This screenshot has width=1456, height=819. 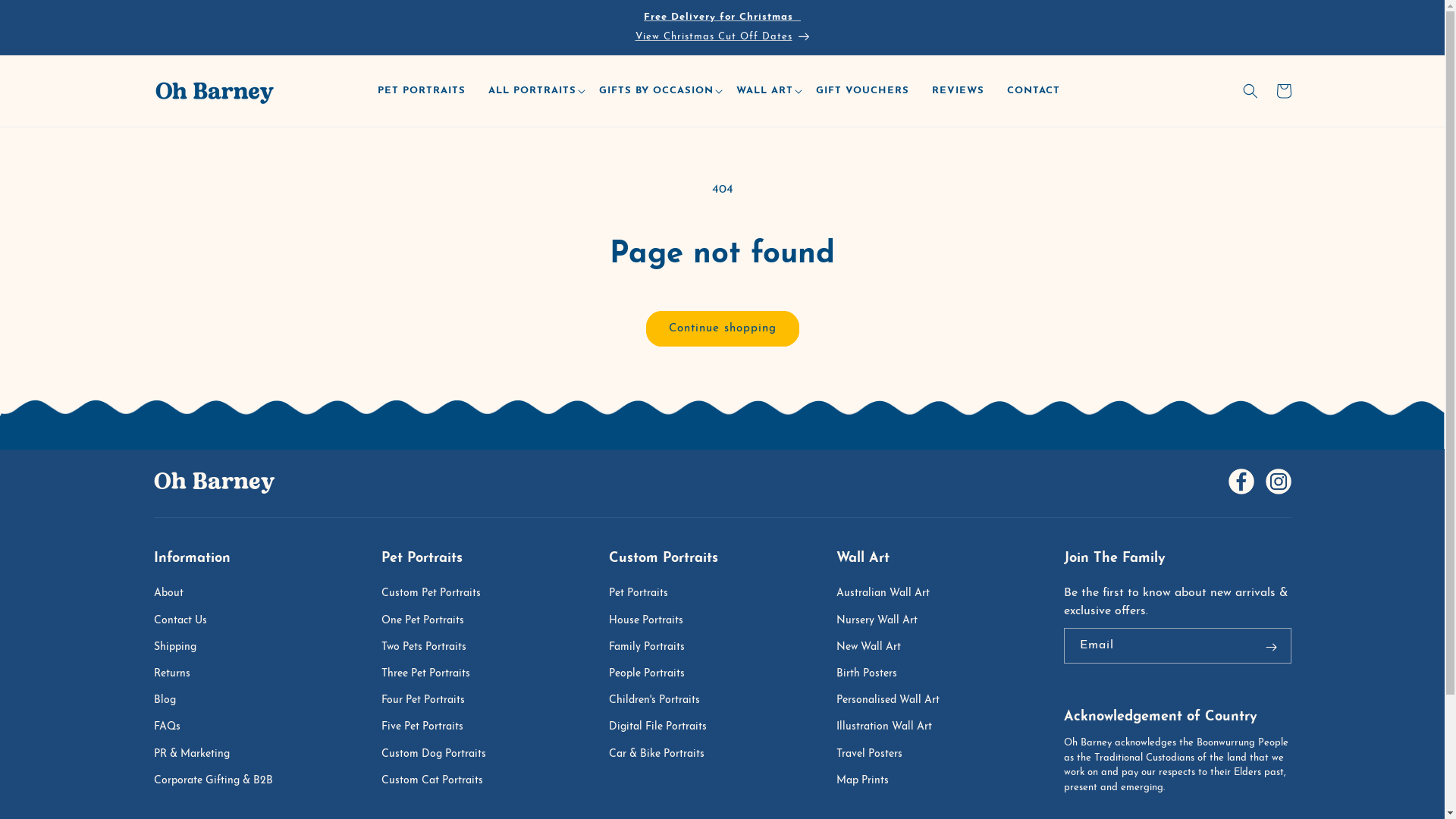 What do you see at coordinates (835, 595) in the screenshot?
I see `'Australian Wall Art'` at bounding box center [835, 595].